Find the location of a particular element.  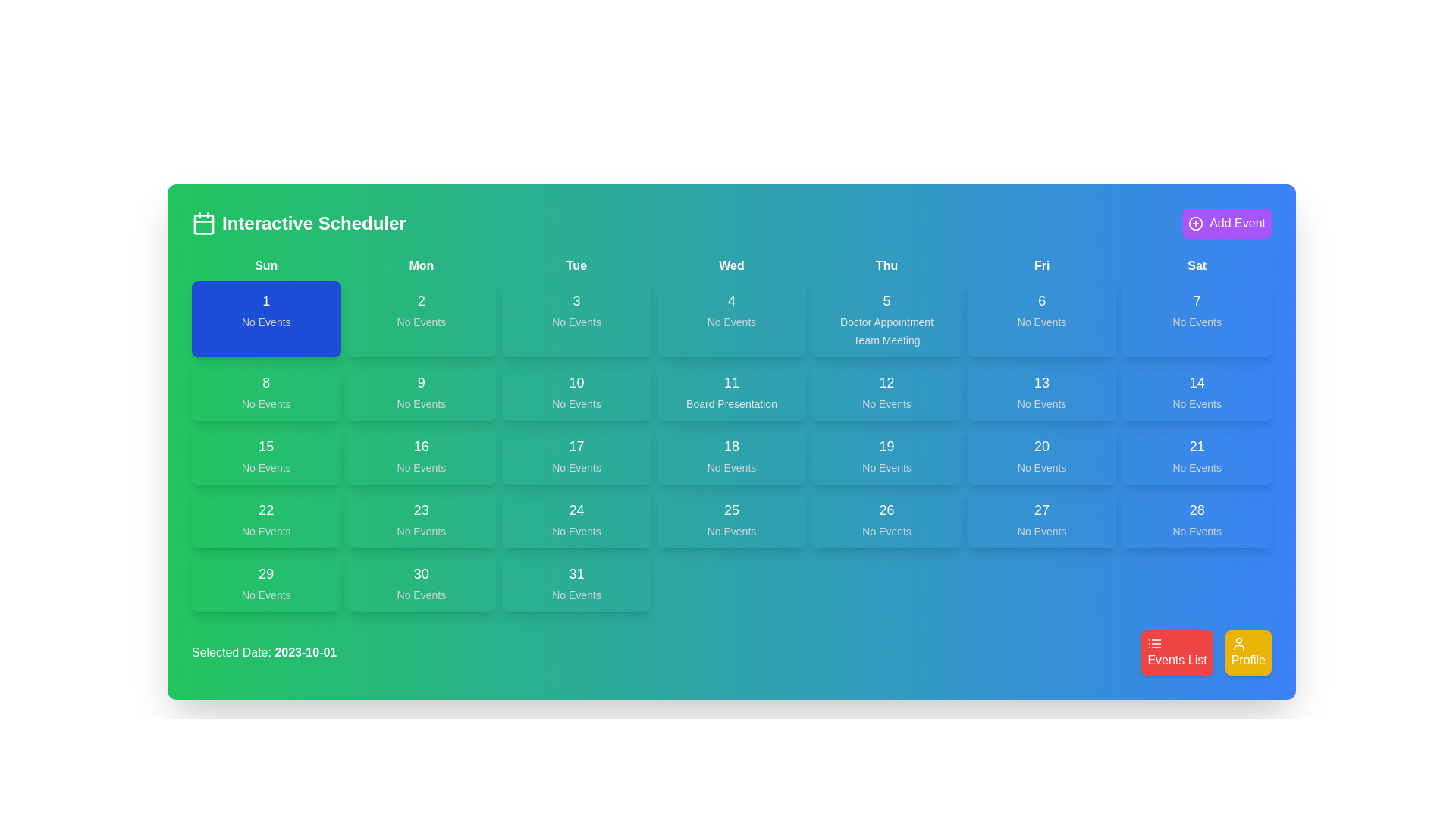

the calendar day box for the date '2' with the message 'No Events' displayed, which has a green background and rounded corners is located at coordinates (421, 318).